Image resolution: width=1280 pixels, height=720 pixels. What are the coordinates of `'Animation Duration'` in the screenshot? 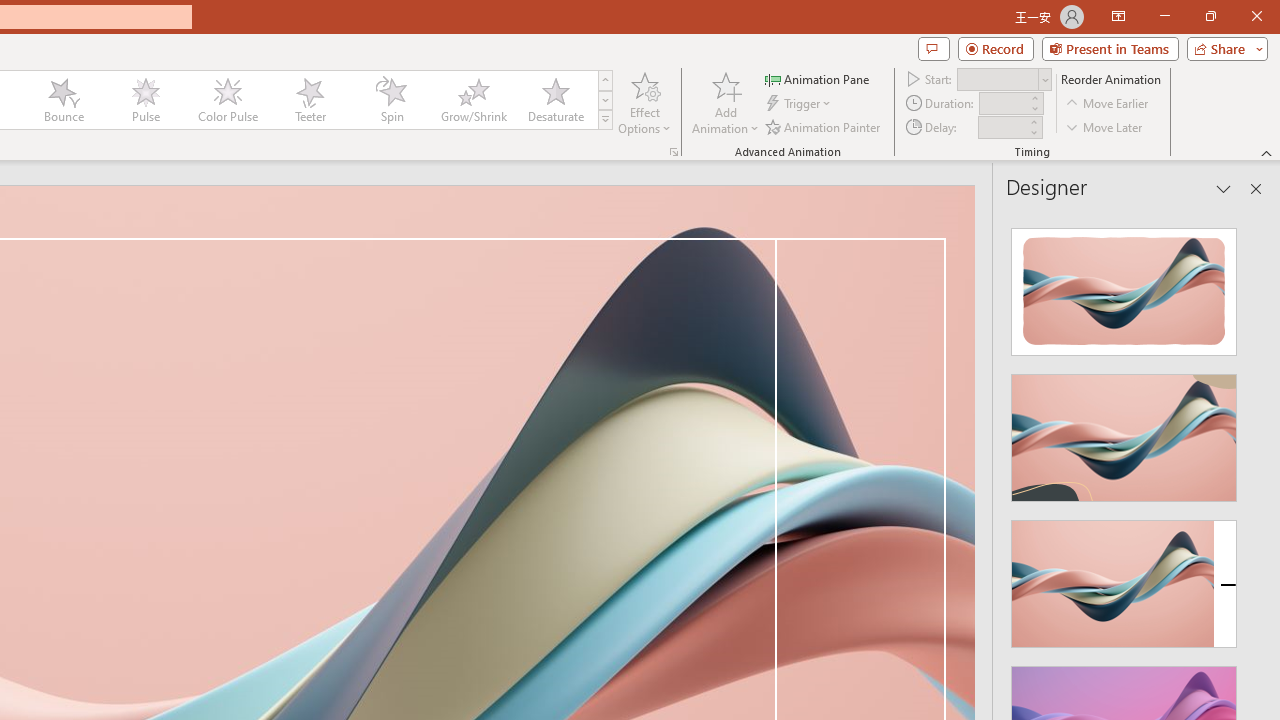 It's located at (1003, 103).